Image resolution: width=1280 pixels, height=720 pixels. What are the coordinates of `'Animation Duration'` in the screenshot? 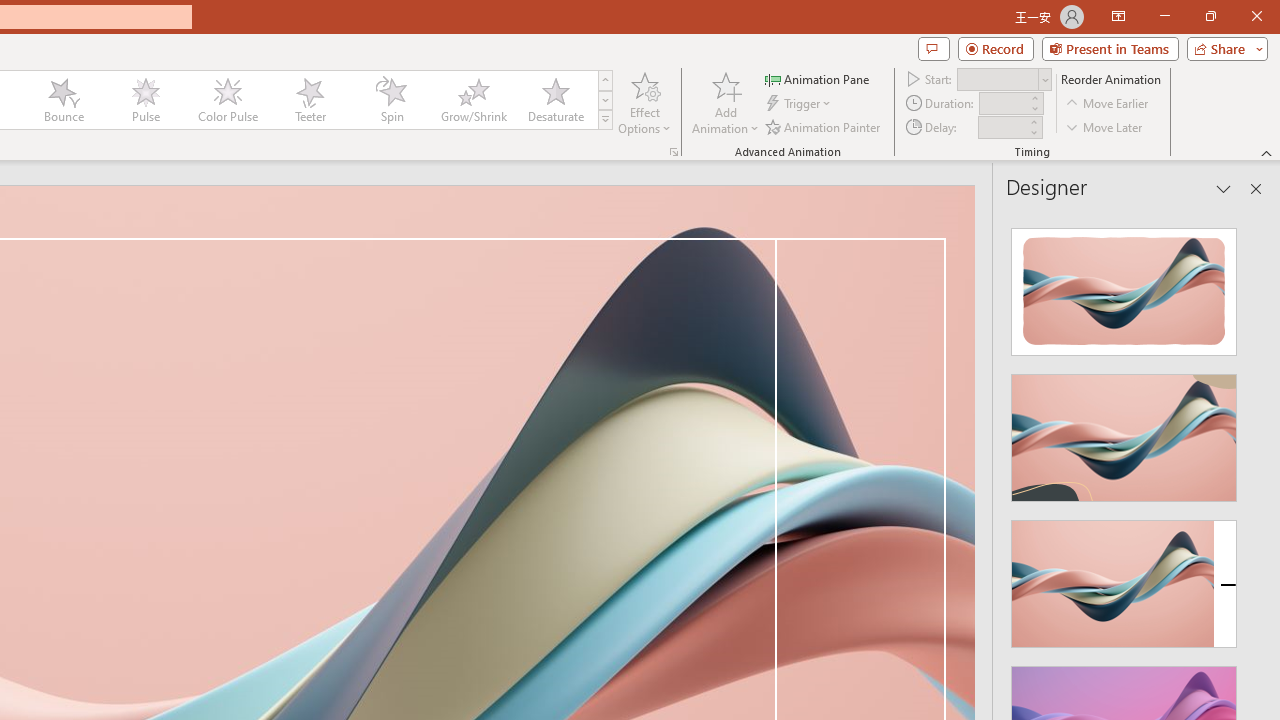 It's located at (1003, 103).